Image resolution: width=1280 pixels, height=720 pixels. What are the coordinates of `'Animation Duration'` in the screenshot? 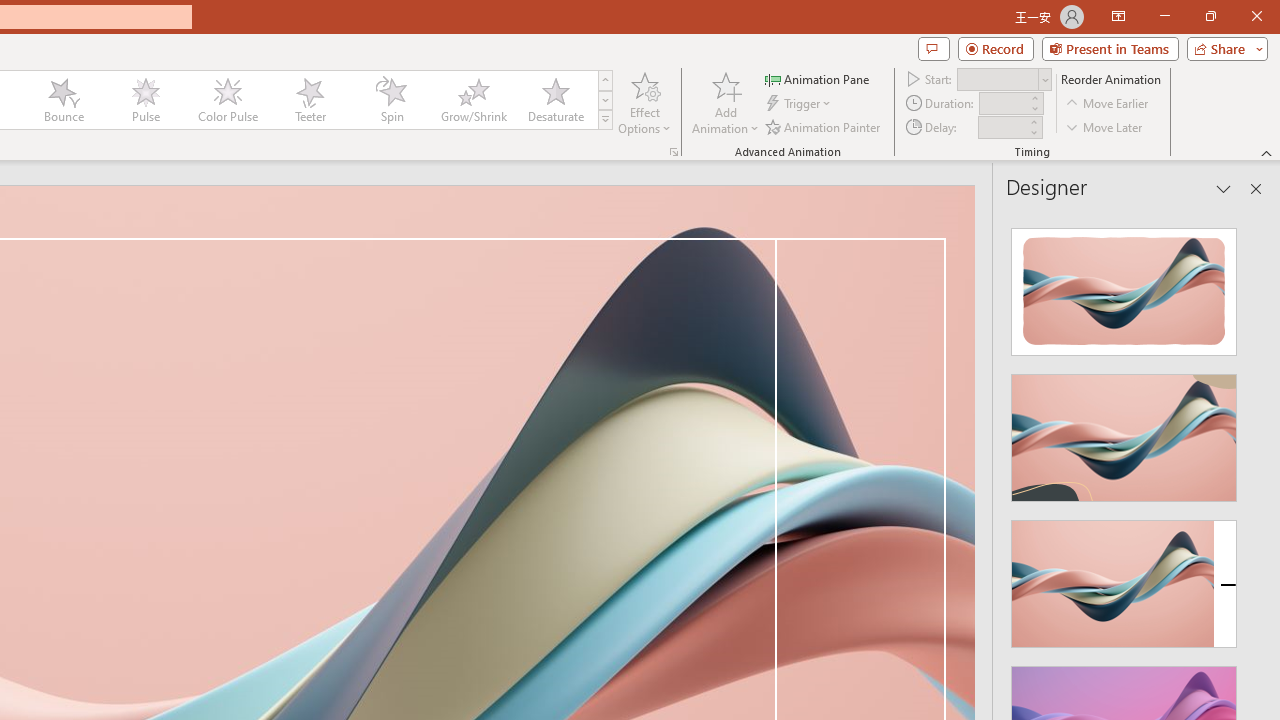 It's located at (1003, 103).